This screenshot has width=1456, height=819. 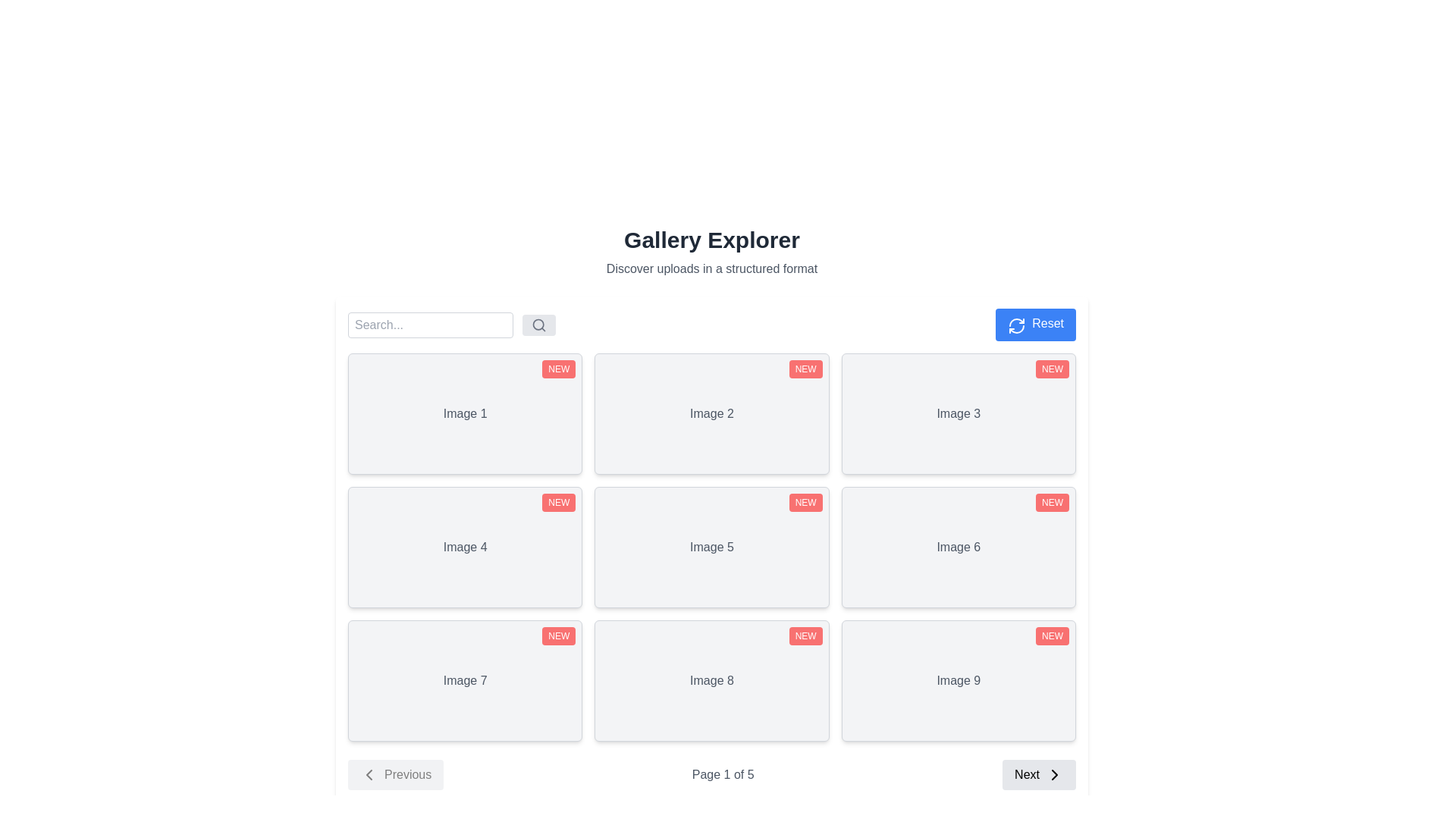 What do you see at coordinates (1017, 325) in the screenshot?
I see `the blue icon featuring two circular arrows in a clockwise orientation, which is part of the 'Reset' button located towards the top-right of the interface` at bounding box center [1017, 325].